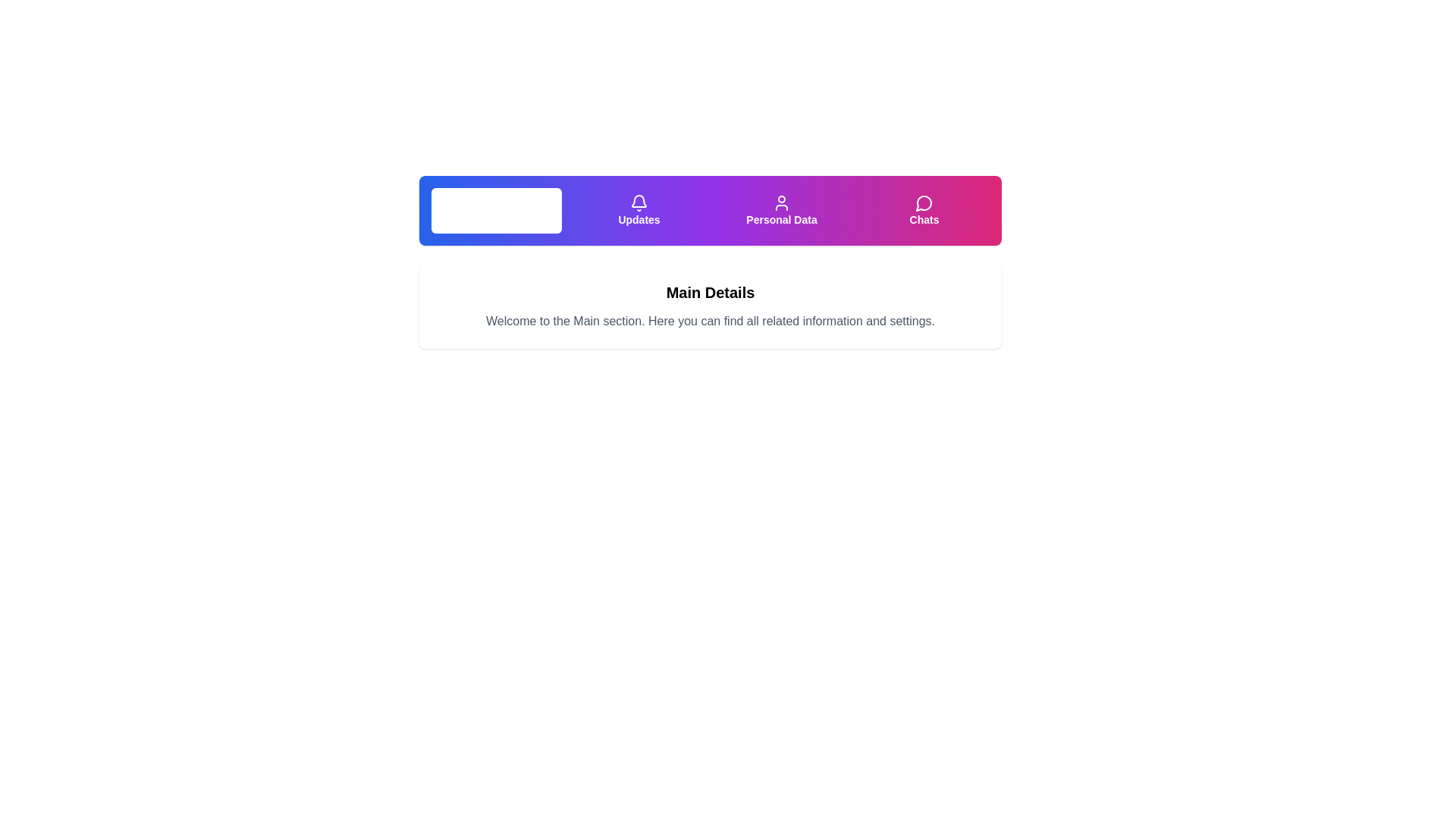  Describe the element at coordinates (782, 219) in the screenshot. I see `the text label 'Personal Data' which serves as a description for the navigation button beneath the user icon` at that location.